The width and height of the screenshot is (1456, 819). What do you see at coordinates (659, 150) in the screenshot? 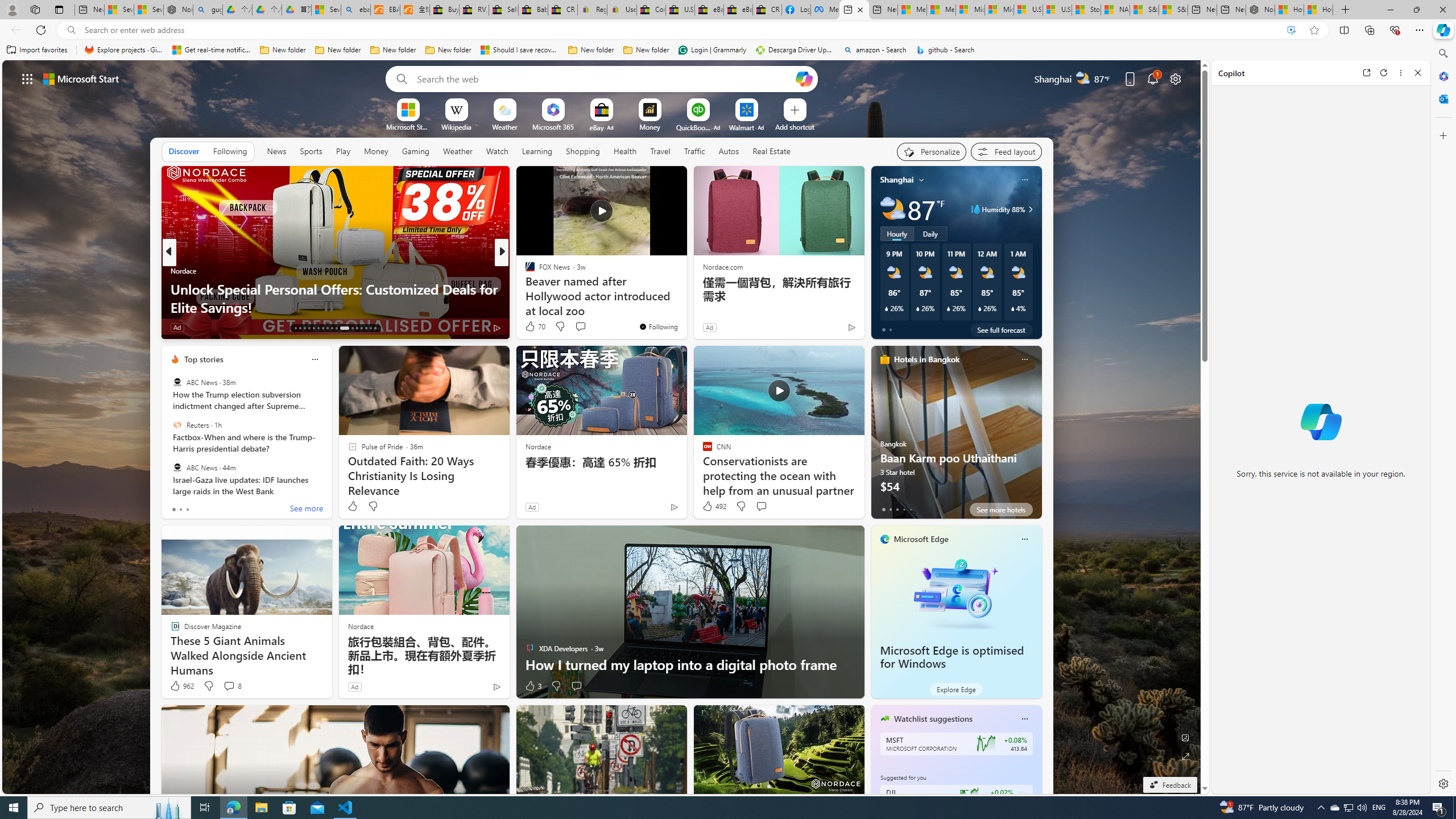
I see `'Travel'` at bounding box center [659, 150].